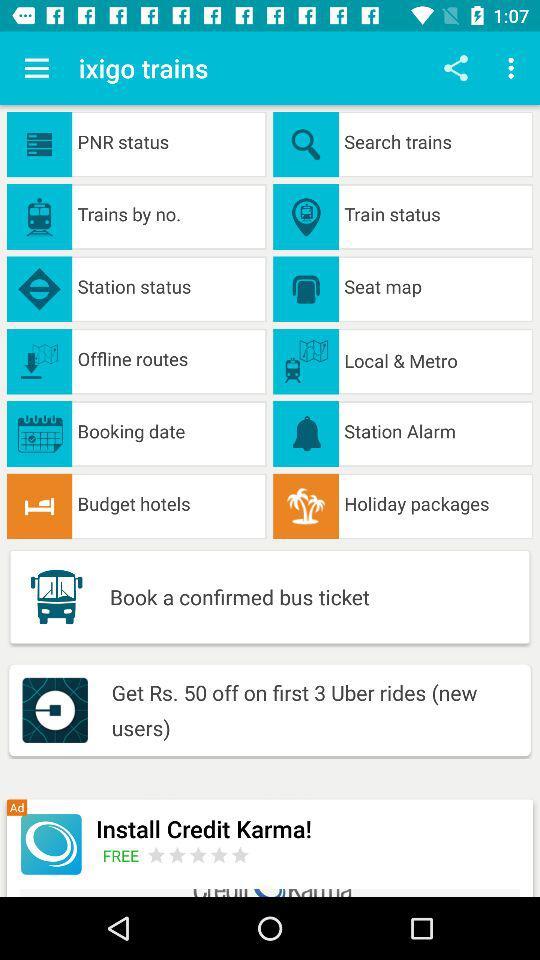  Describe the element at coordinates (124, 854) in the screenshot. I see `icon below the install credit karma! item` at that location.